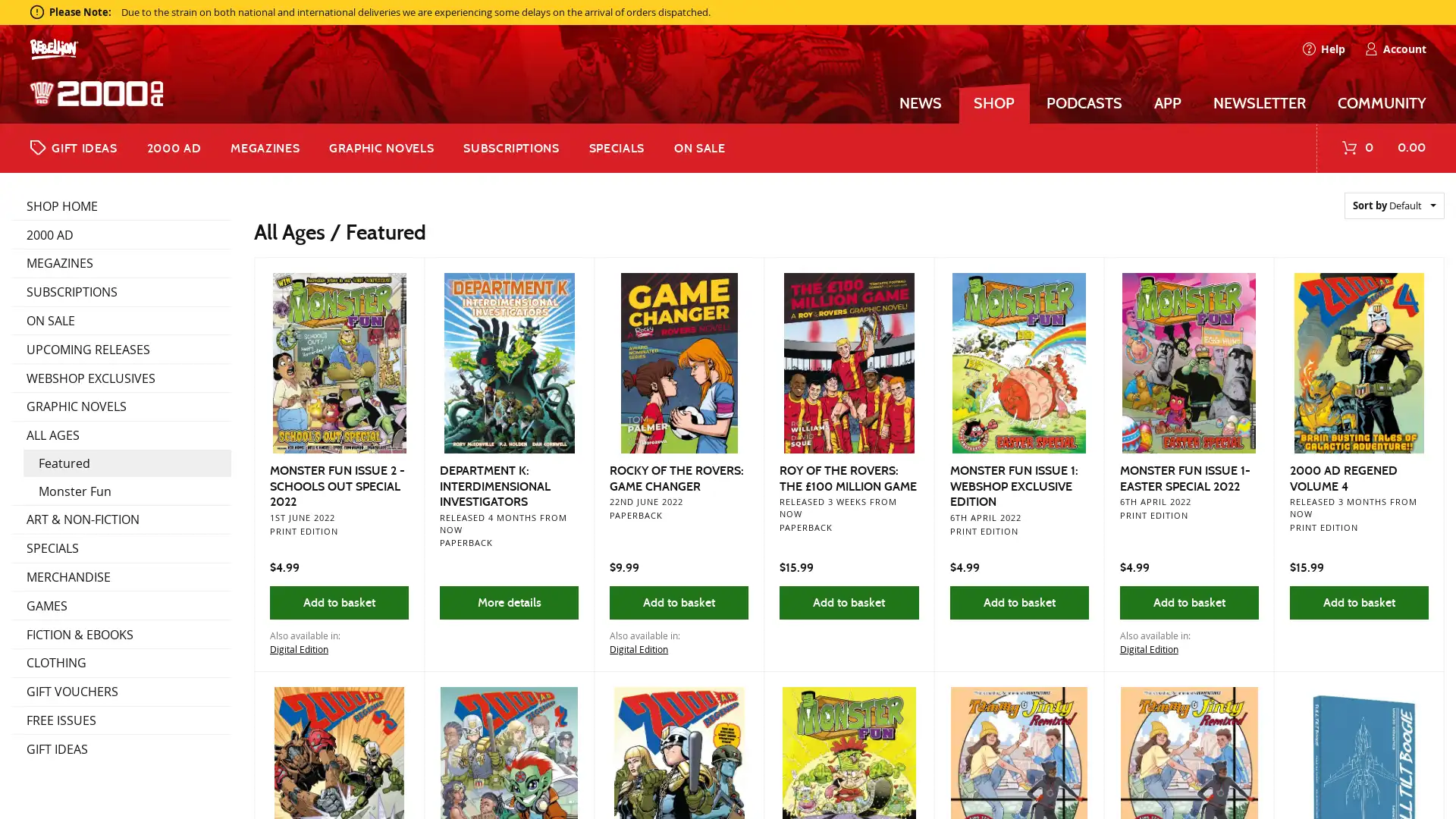 The width and height of the screenshot is (1456, 819). Describe the element at coordinates (848, 601) in the screenshot. I see `Add to basket` at that location.